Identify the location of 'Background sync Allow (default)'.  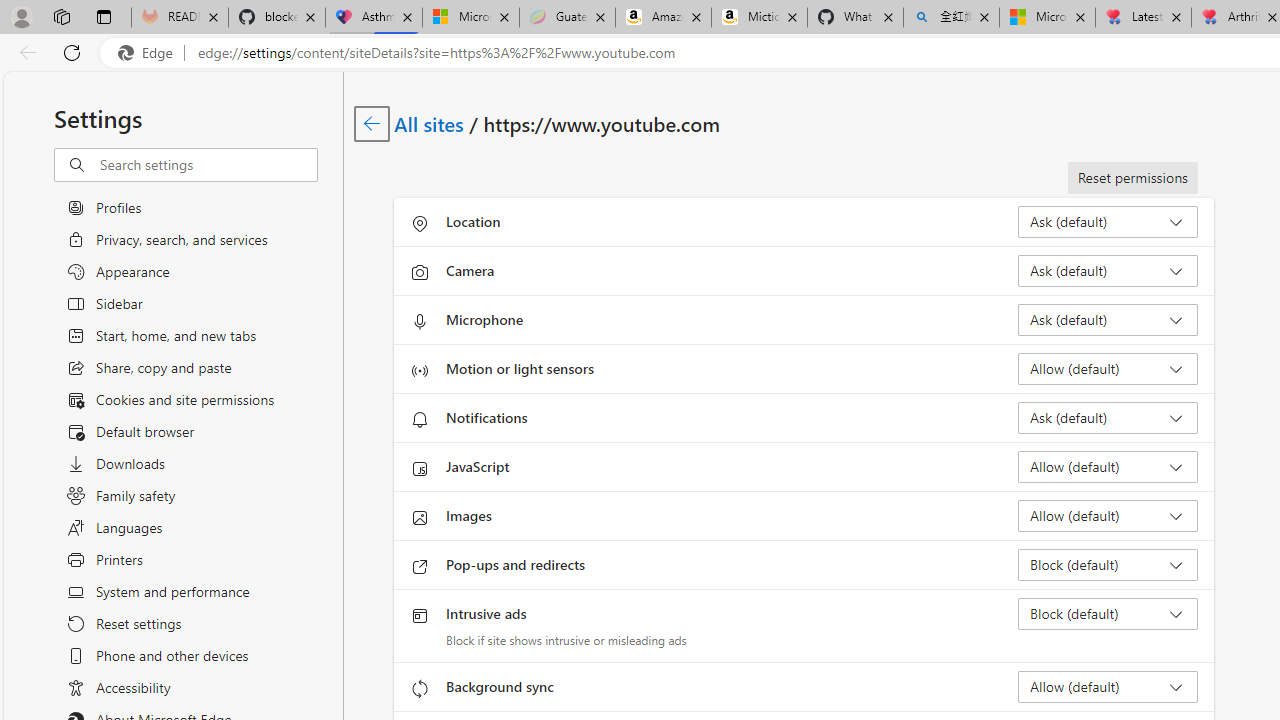
(1106, 685).